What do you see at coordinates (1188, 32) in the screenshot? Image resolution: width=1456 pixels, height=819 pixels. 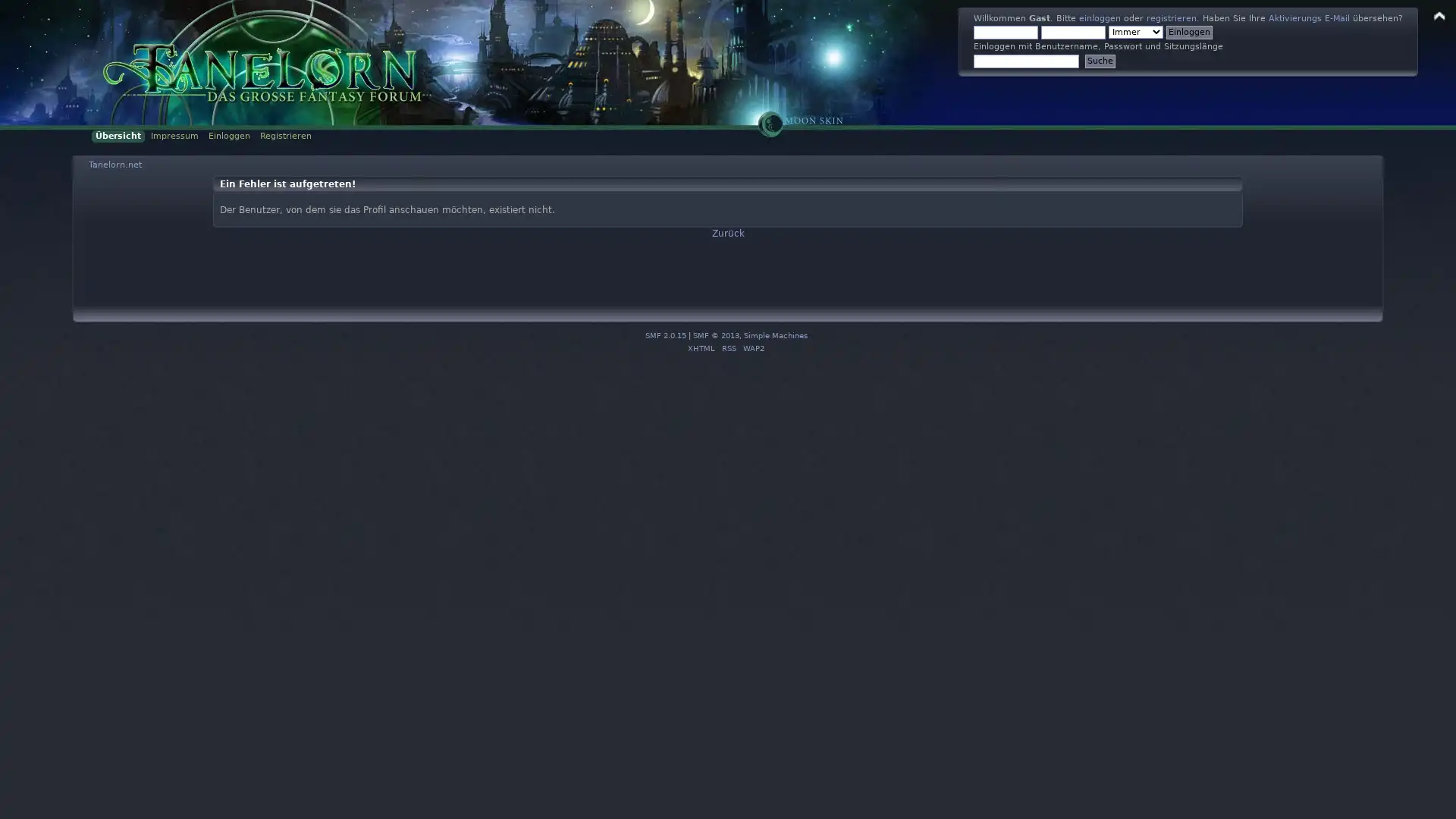 I see `Einloggen` at bounding box center [1188, 32].